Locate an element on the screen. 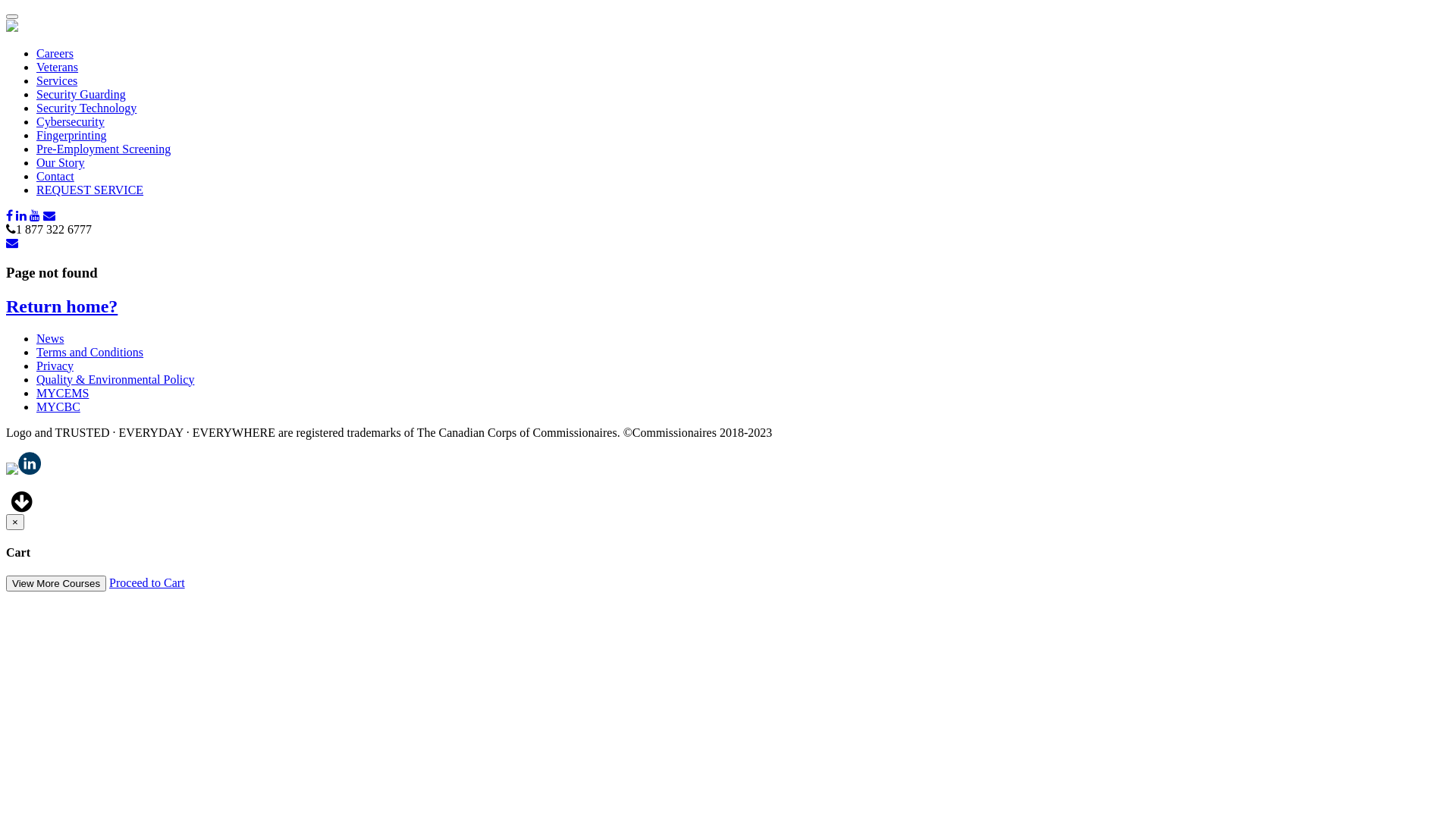  'MYCBC' is located at coordinates (58, 406).